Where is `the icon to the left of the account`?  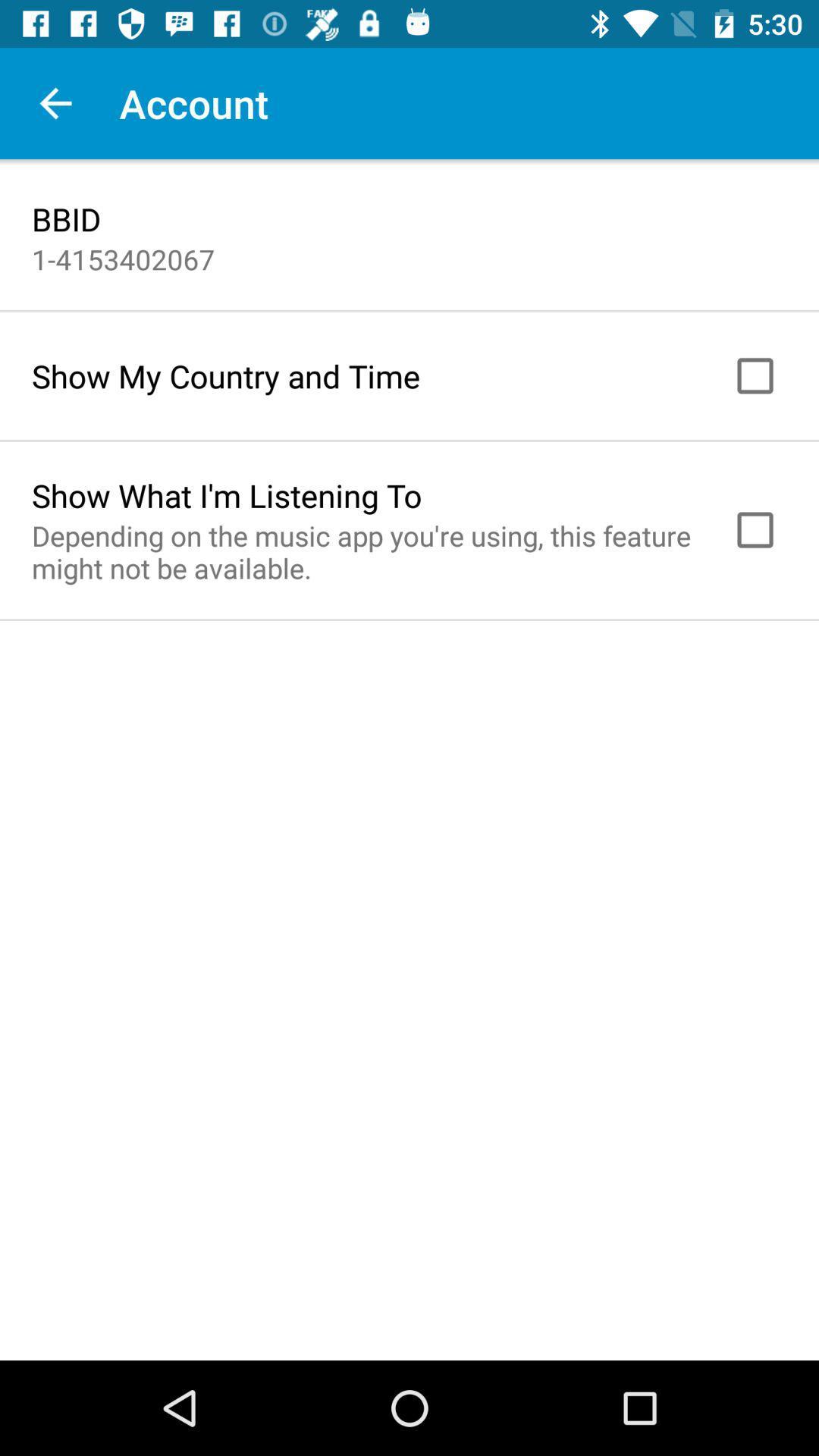 the icon to the left of the account is located at coordinates (55, 102).